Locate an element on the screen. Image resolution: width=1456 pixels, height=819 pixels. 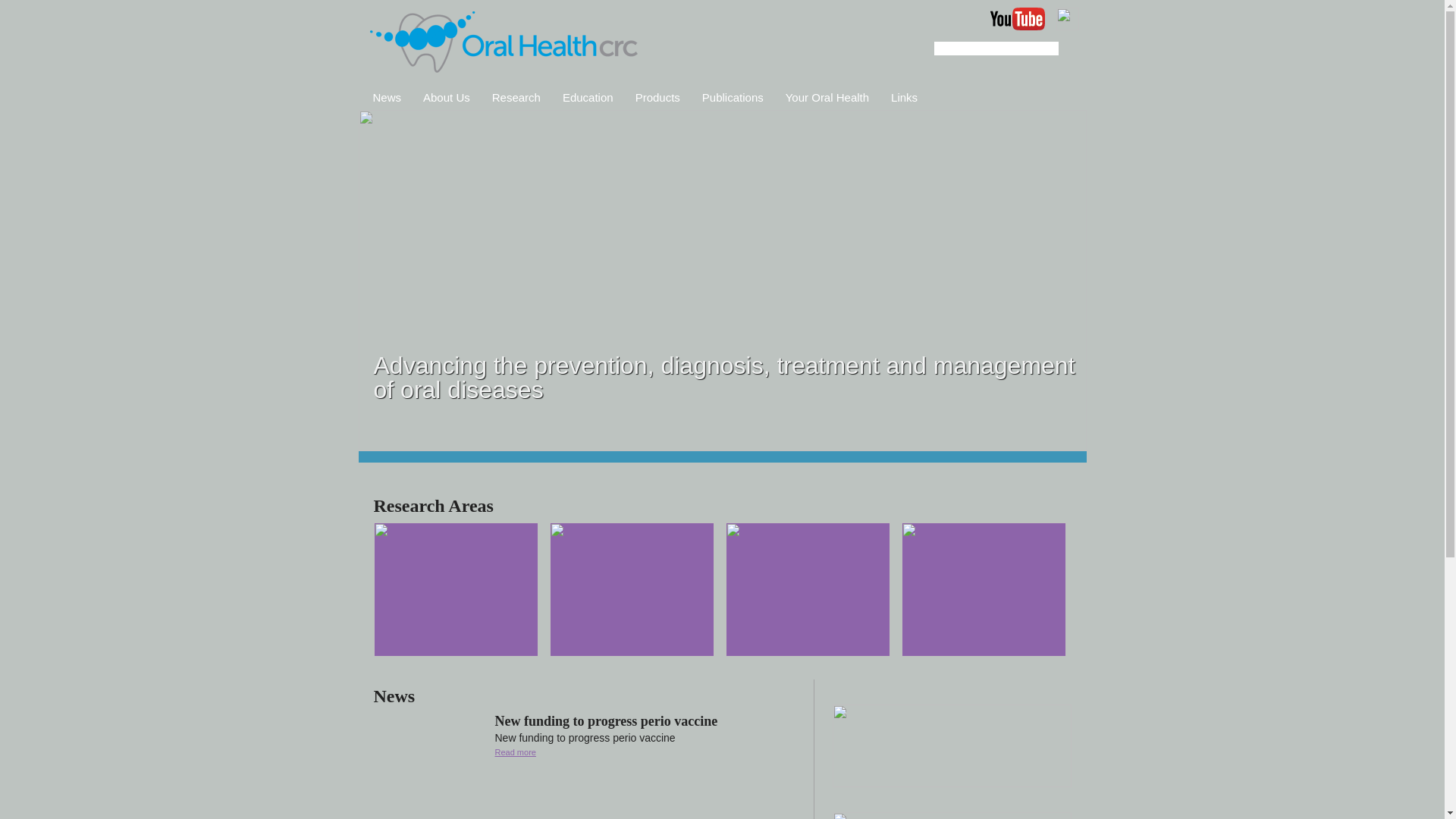
'Enter the terms you wish to search for.' is located at coordinates (996, 48).